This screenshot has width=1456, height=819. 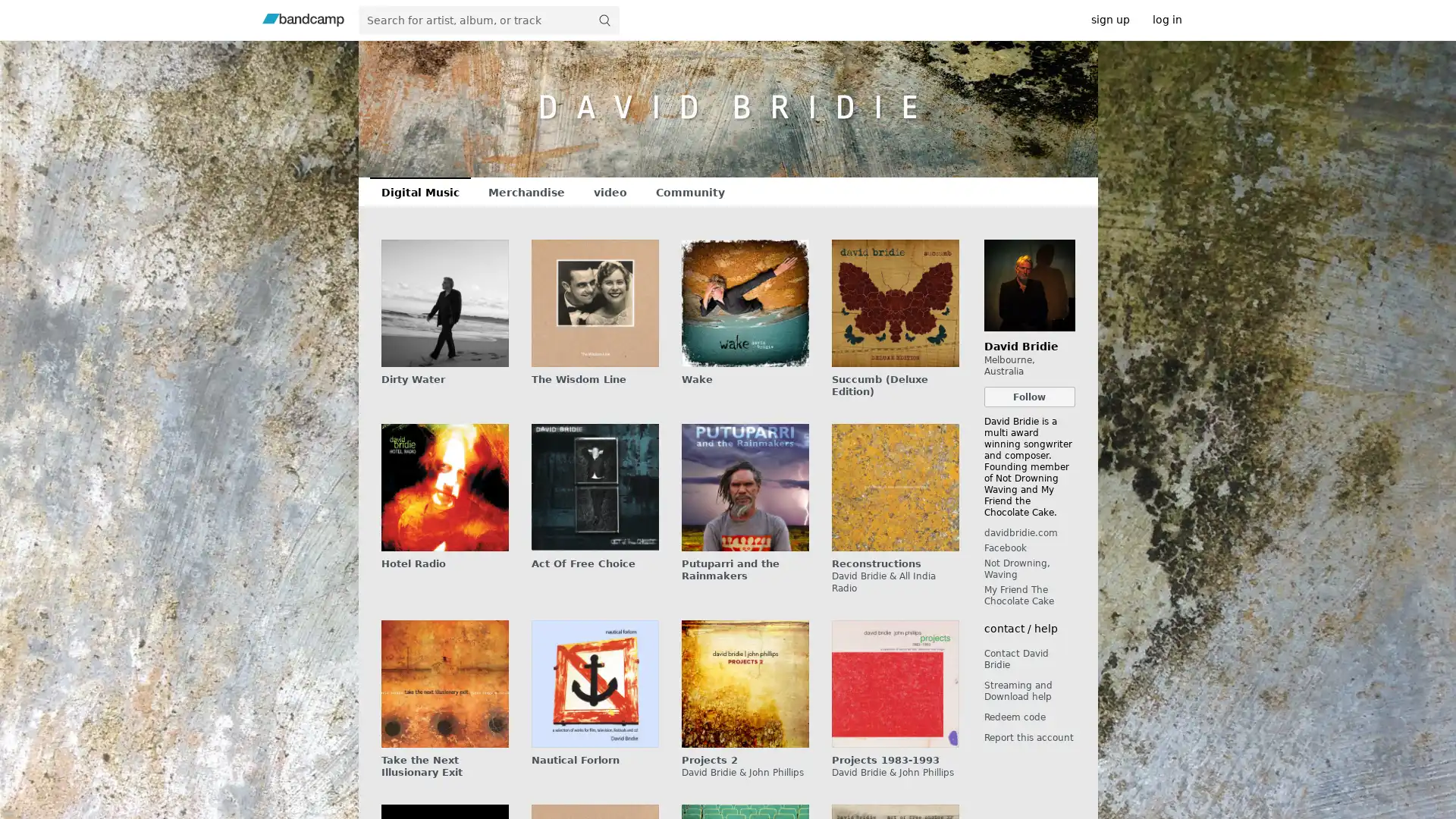 What do you see at coordinates (603, 20) in the screenshot?
I see `submit for full search page` at bounding box center [603, 20].